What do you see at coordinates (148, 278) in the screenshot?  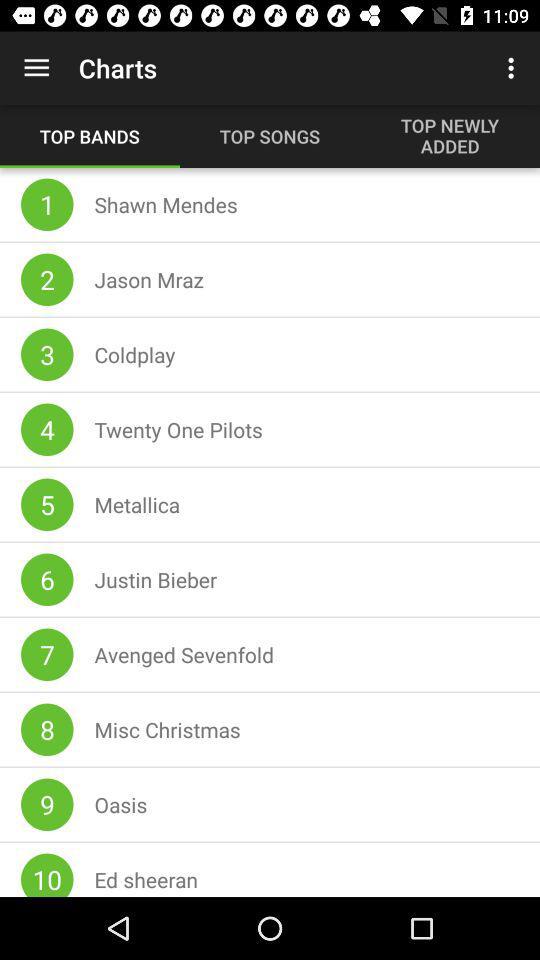 I see `the jason mraz` at bounding box center [148, 278].